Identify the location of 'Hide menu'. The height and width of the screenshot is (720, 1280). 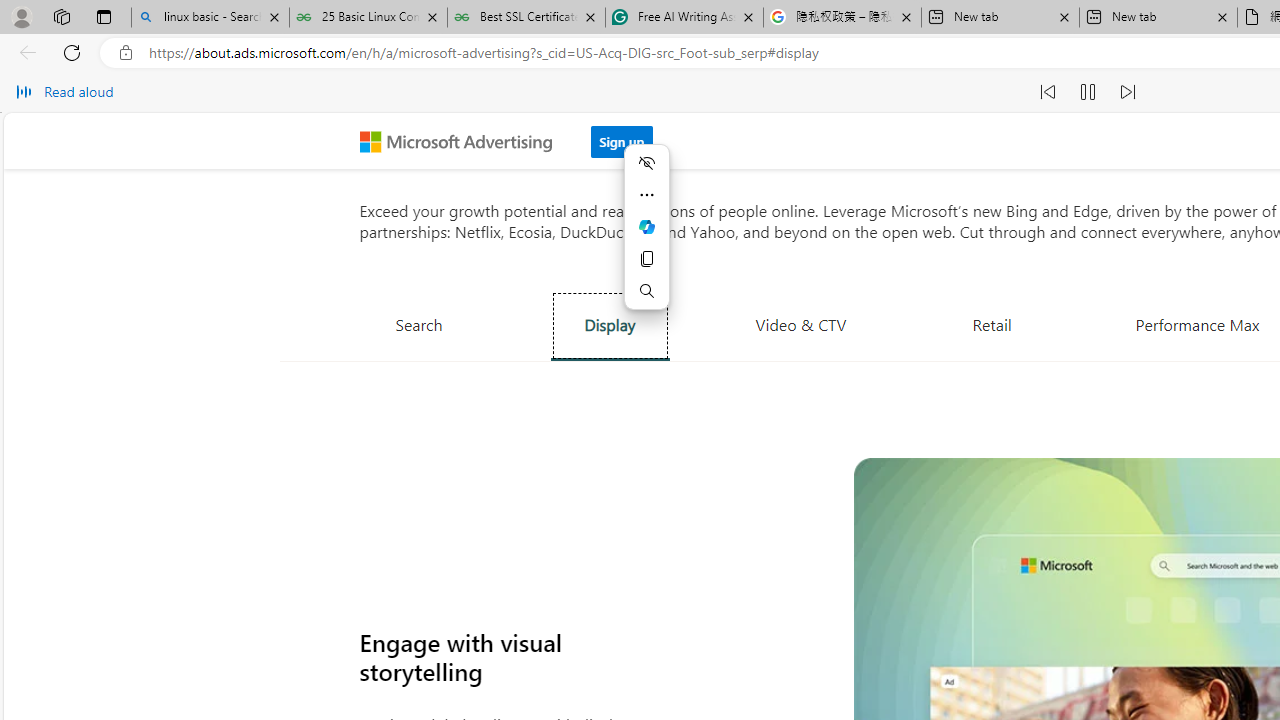
(647, 162).